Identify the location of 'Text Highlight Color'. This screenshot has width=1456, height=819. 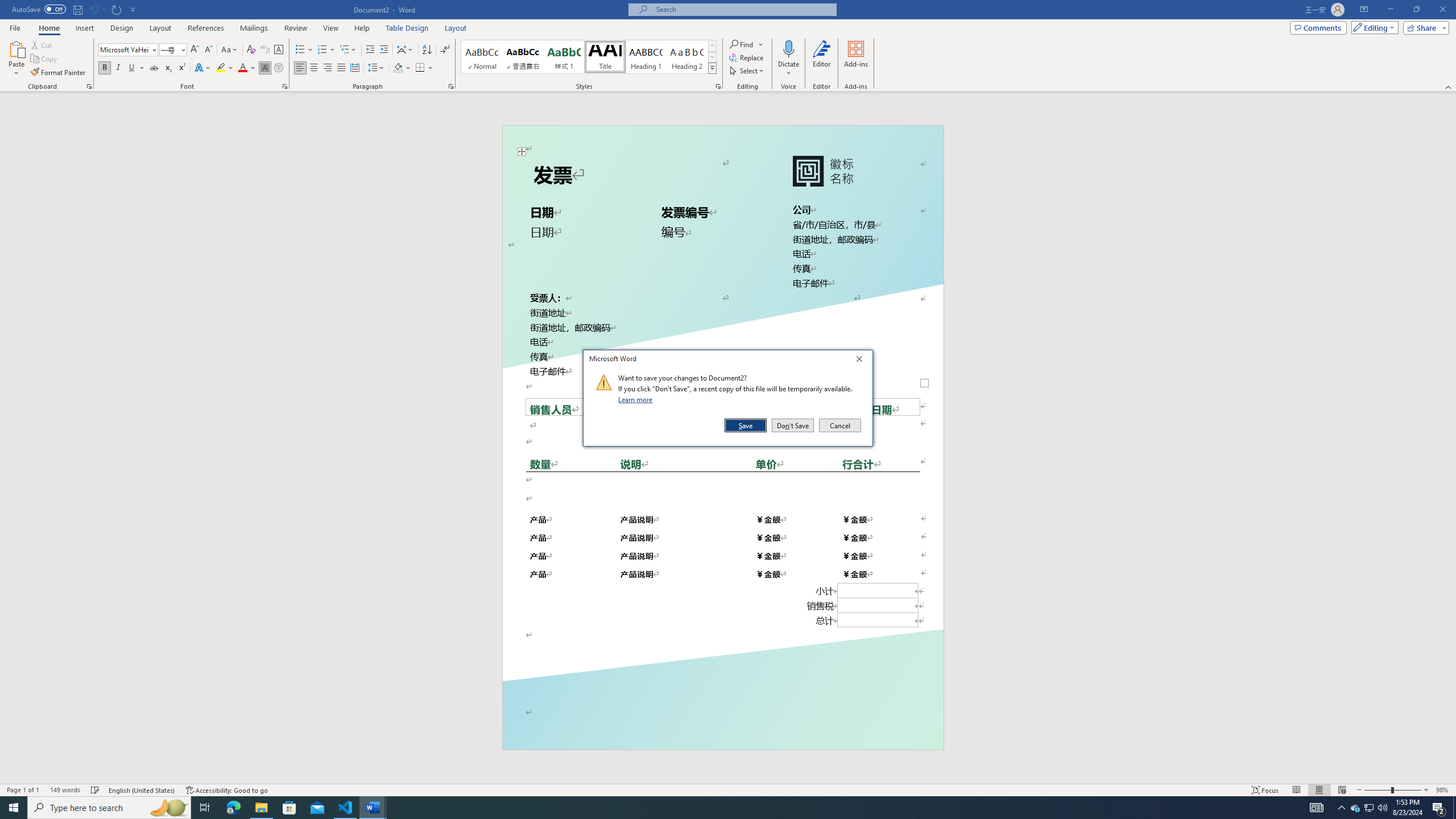
(225, 67).